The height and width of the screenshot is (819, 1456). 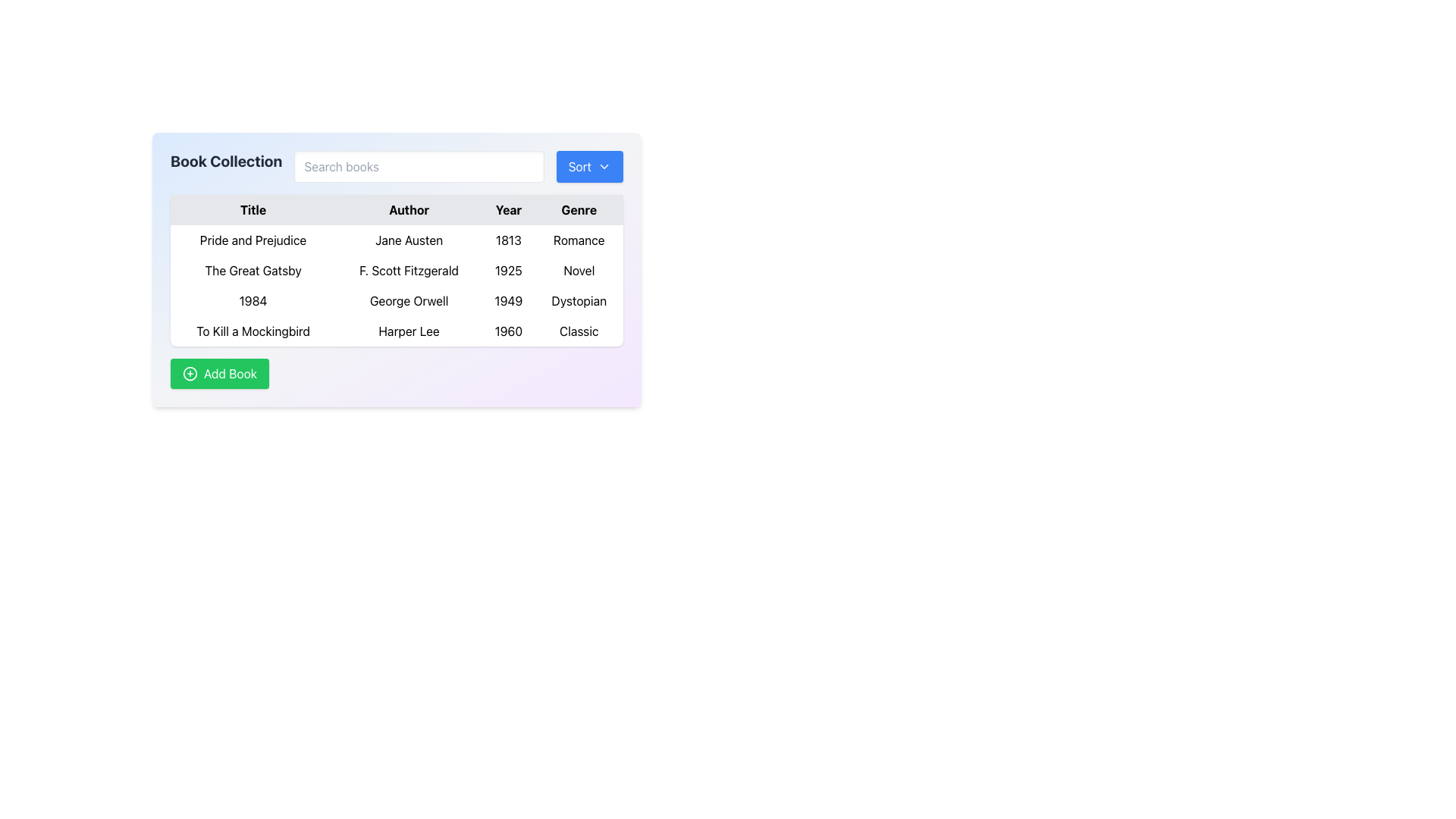 What do you see at coordinates (409, 301) in the screenshot?
I see `text content of the label displaying the author's name, 'George Orwell', located in the second column of the third row under the 'Author' heading` at bounding box center [409, 301].